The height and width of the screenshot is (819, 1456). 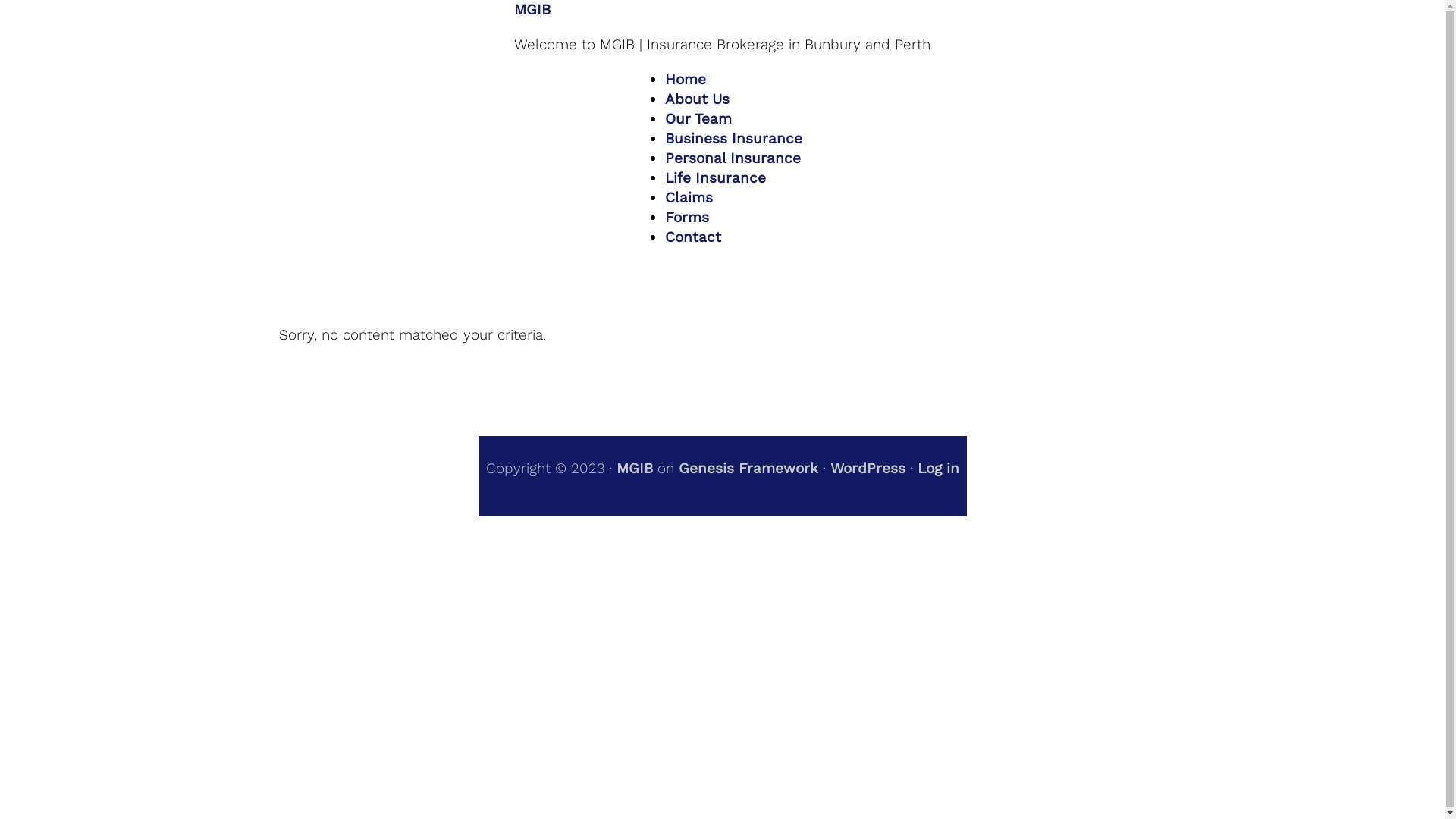 What do you see at coordinates (937, 467) in the screenshot?
I see `'Log in'` at bounding box center [937, 467].